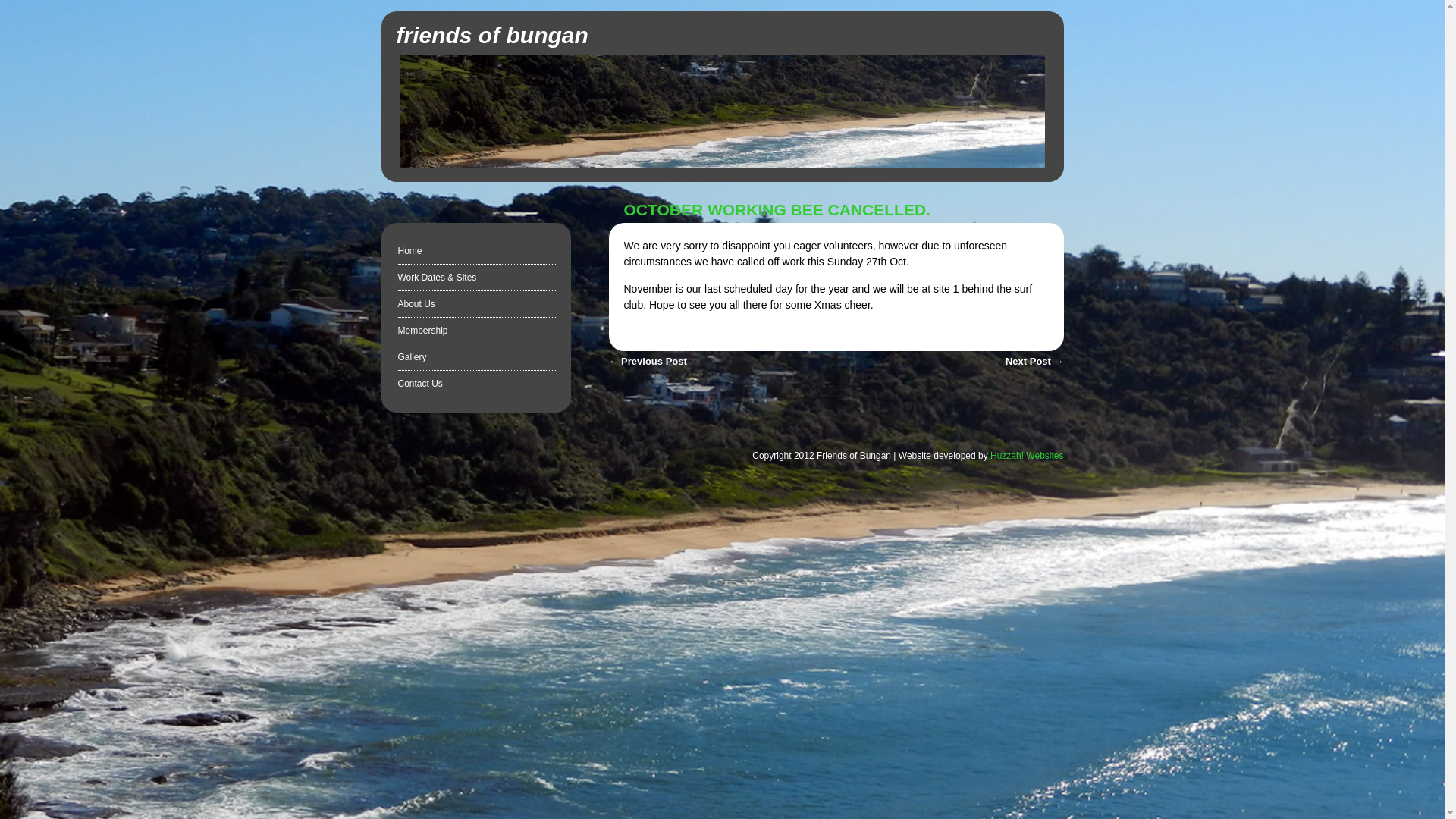 Image resolution: width=1456 pixels, height=819 pixels. What do you see at coordinates (1027, 455) in the screenshot?
I see `'Huzzah! Websites'` at bounding box center [1027, 455].